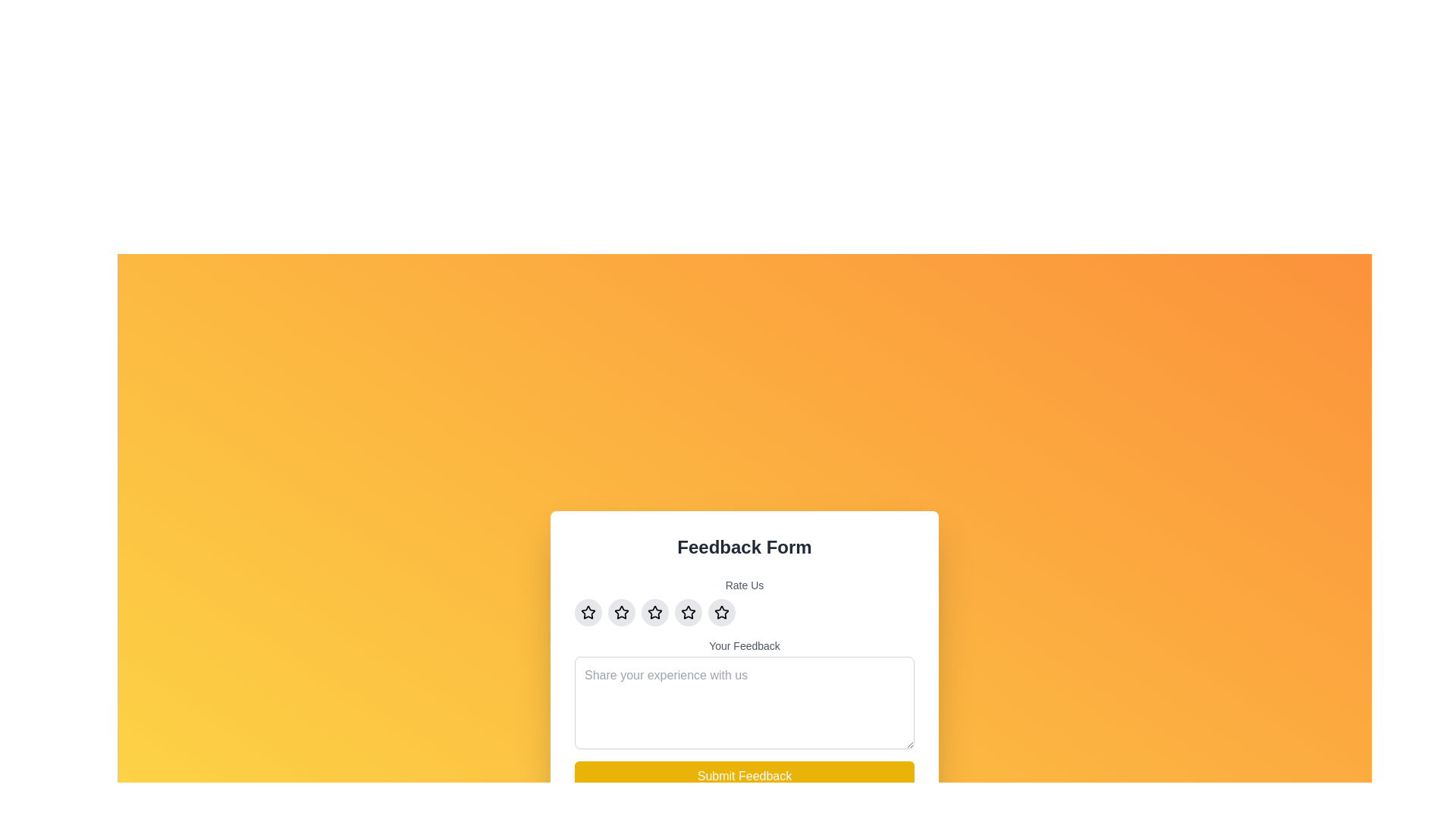 Image resolution: width=1456 pixels, height=819 pixels. I want to click on the fourth star icon in the rating system located below the 'Rate Us' text in the feedback form interface, so click(720, 611).